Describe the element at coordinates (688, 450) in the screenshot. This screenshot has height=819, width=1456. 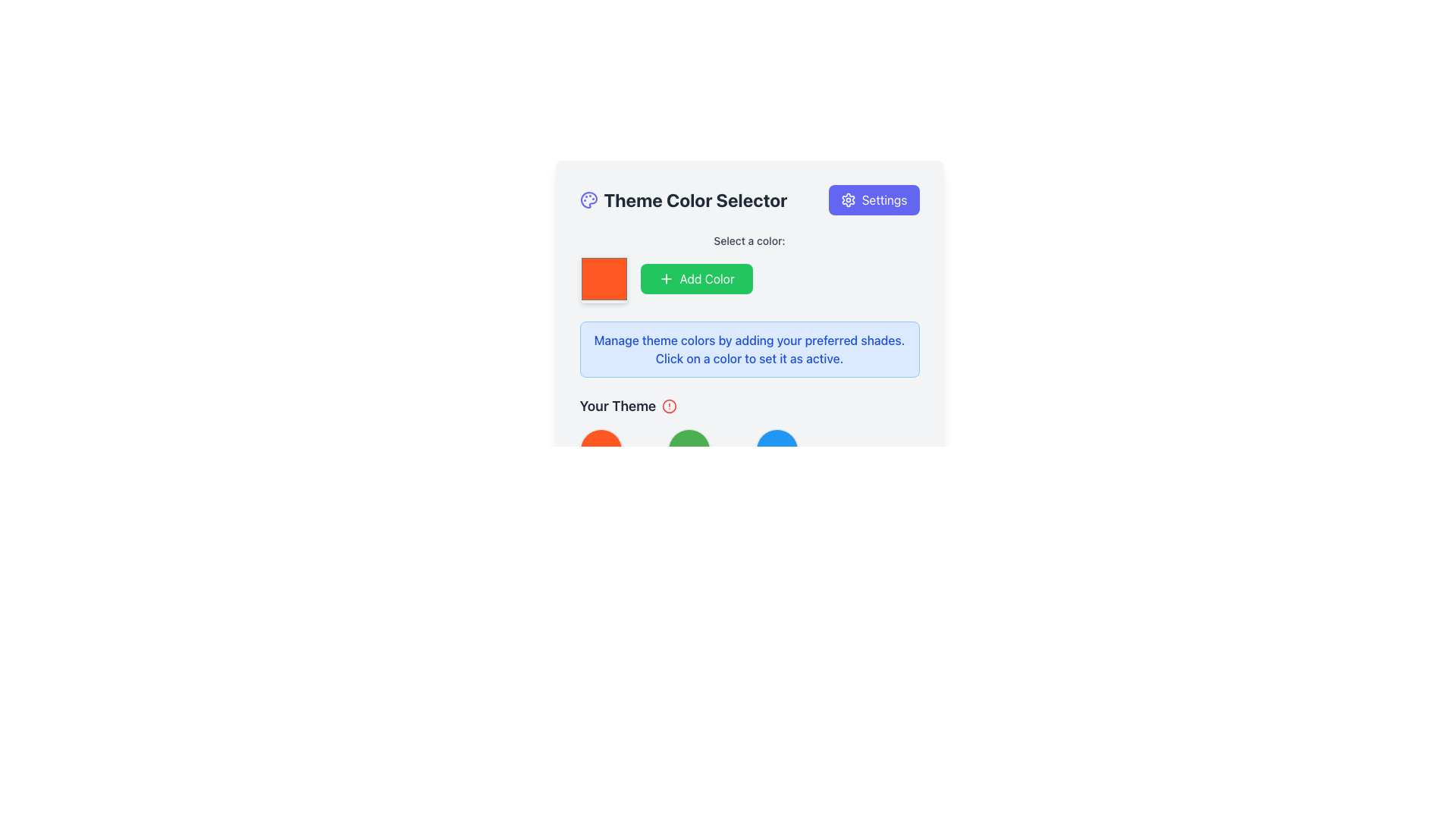
I see `the circular icon button representing the green theme selector located in the 'Your Theme' section` at that location.